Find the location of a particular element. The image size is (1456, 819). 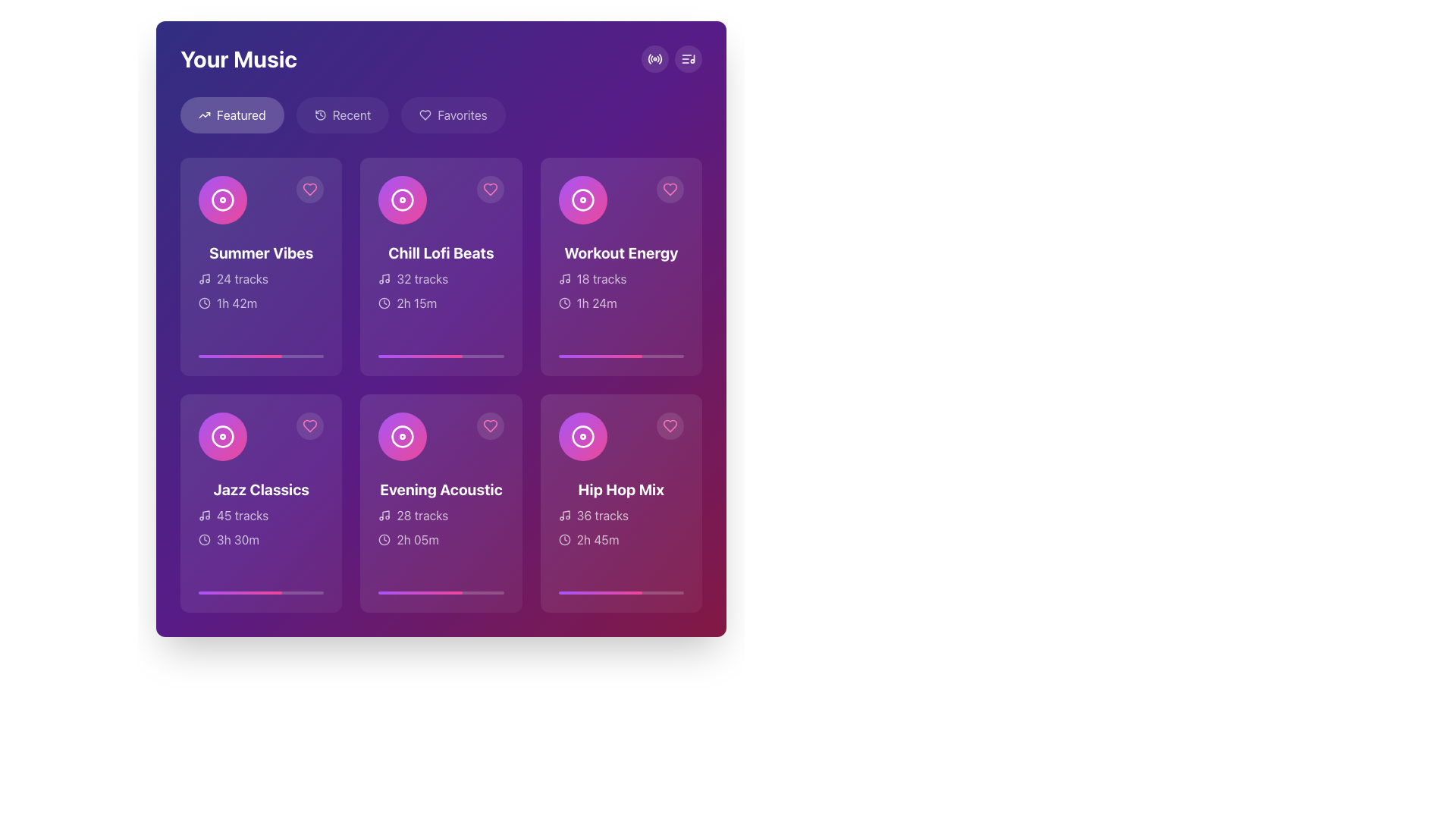

the heart-shaped icon in the top-right section of the 'Workout Energy' card is located at coordinates (669, 189).